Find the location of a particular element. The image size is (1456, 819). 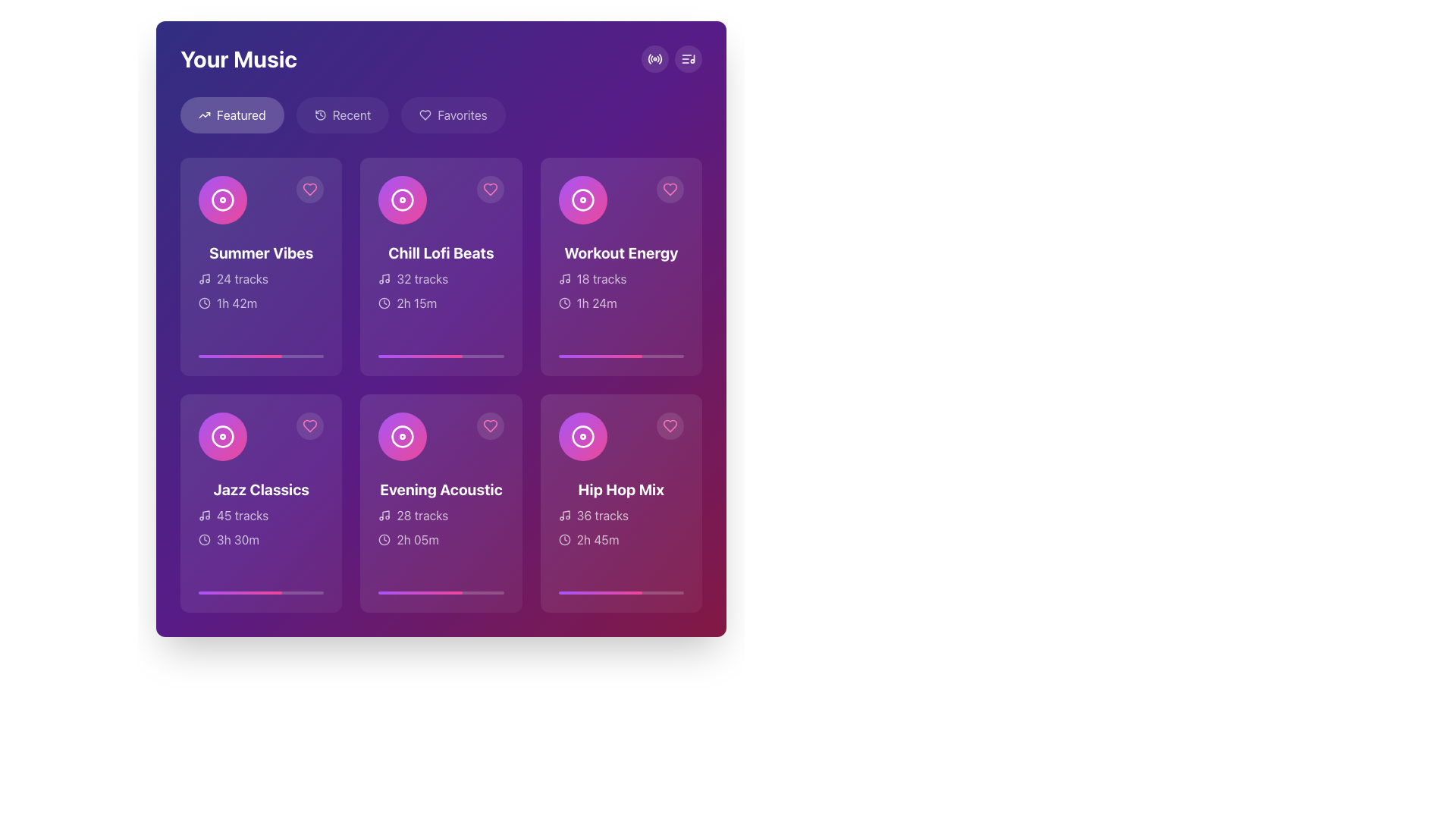

the heart-shaped icon in the top-right section of the 'Workout Energy' card is located at coordinates (669, 189).